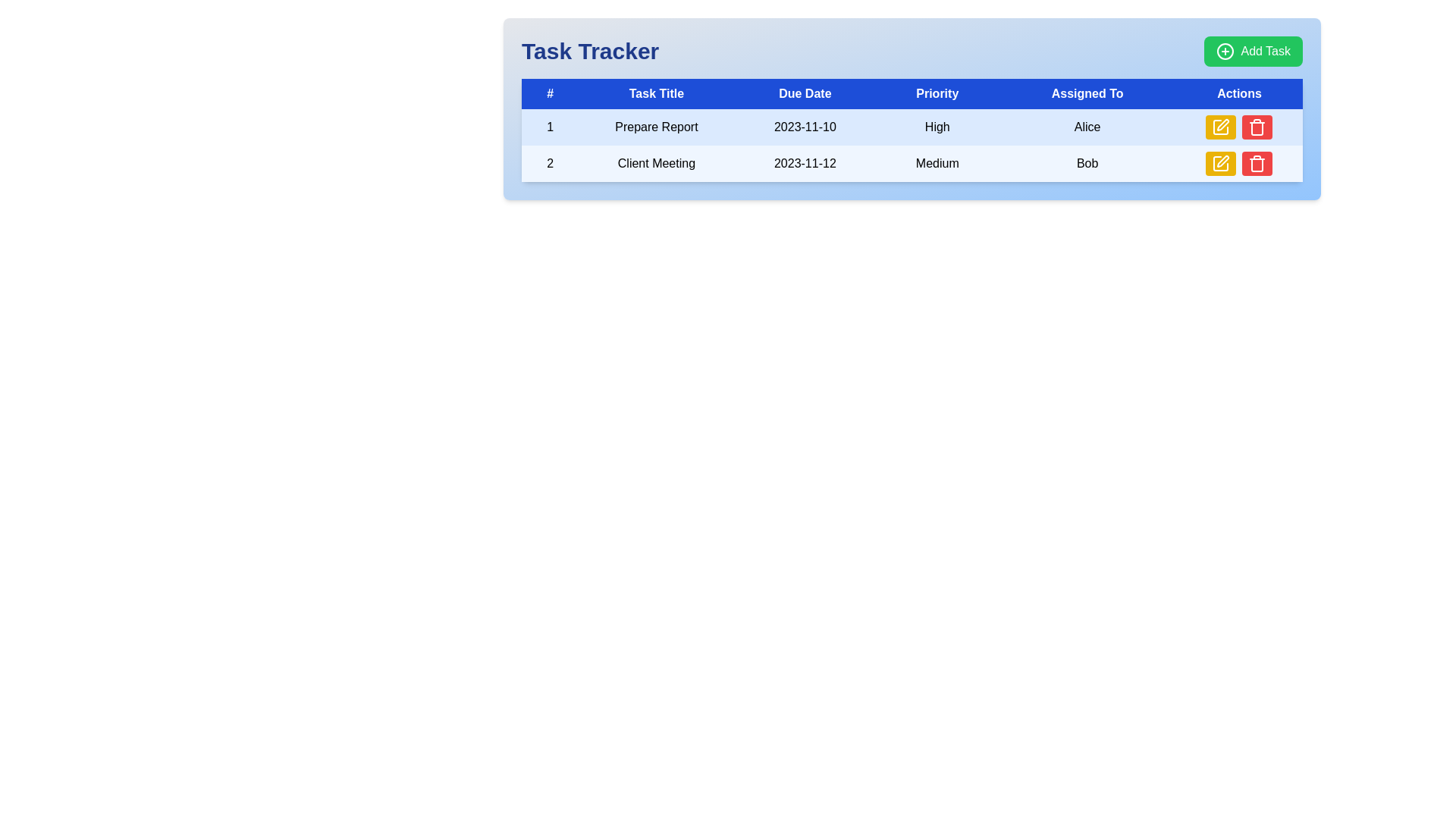 This screenshot has width=1456, height=819. What do you see at coordinates (1221, 127) in the screenshot?
I see `the edit icon button with a pen inside a square, located in the 'Actions' column of the table corresponding to the task titled 'Prepare Report'` at bounding box center [1221, 127].